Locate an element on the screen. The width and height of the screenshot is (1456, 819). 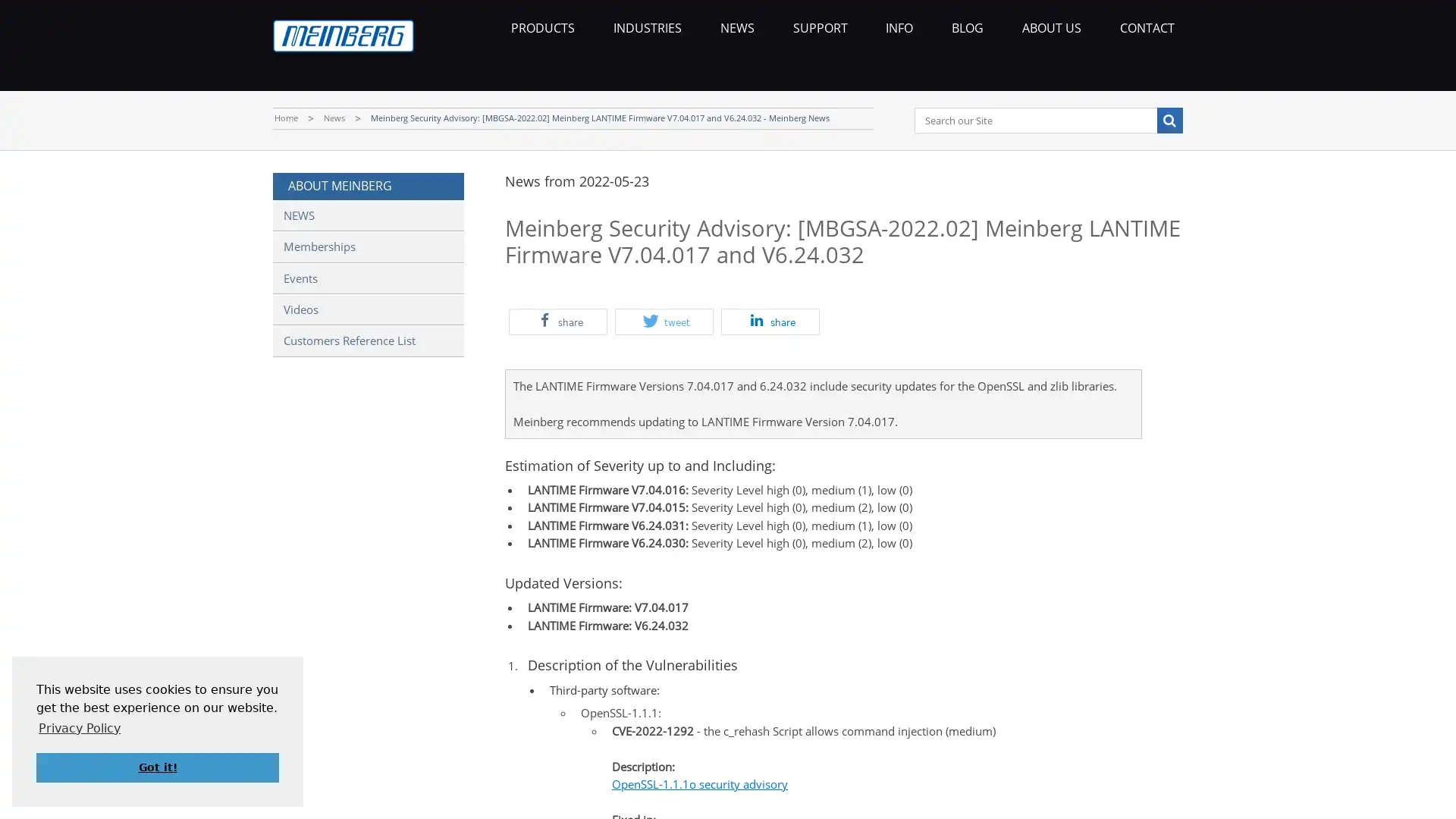
Share on LinkedIn is located at coordinates (770, 321).